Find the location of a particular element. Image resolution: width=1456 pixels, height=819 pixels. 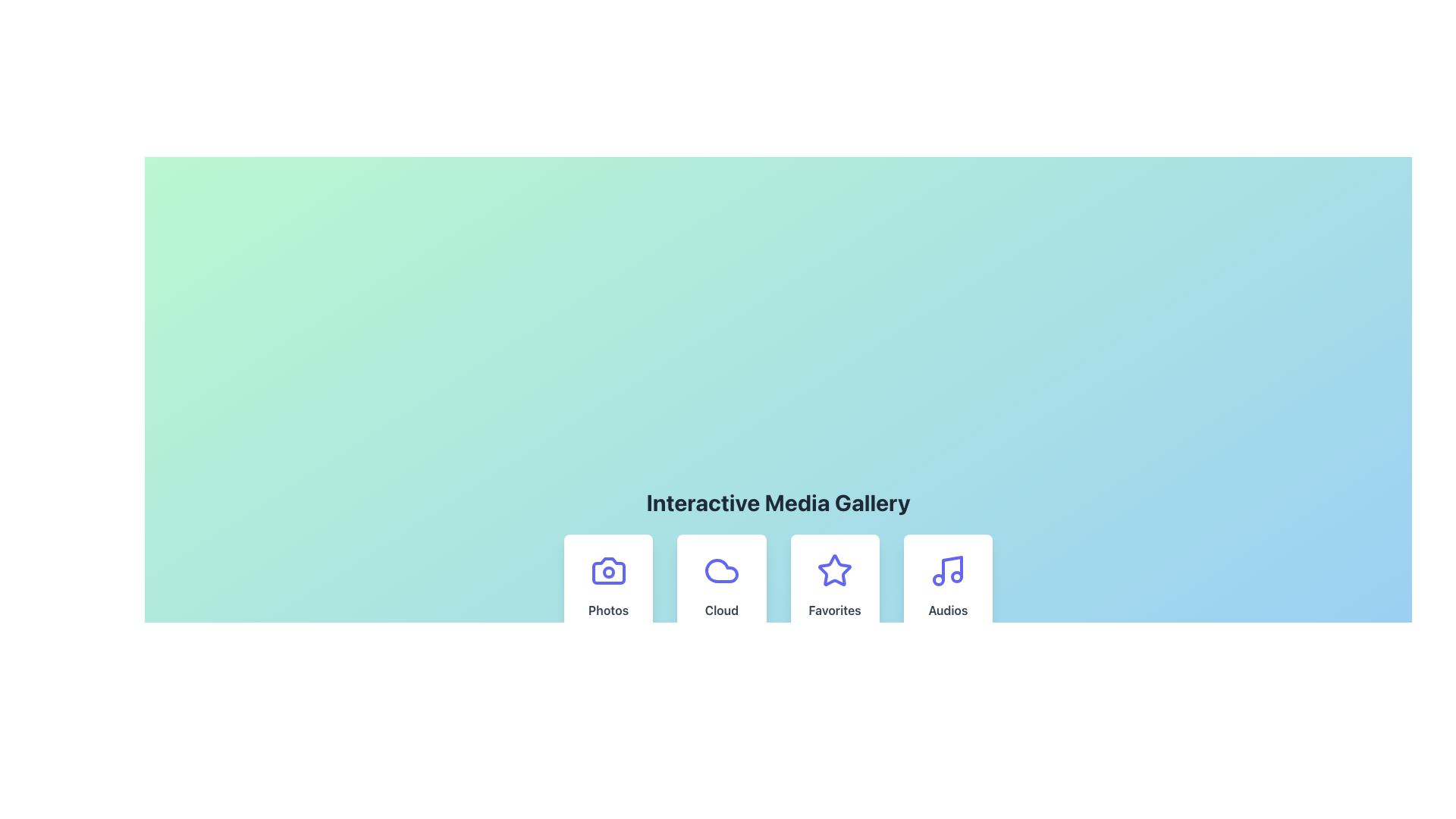

the bold text block displaying the title 'Interactive Media Gallery', which is centrally positioned above a grid of media type icons is located at coordinates (778, 503).